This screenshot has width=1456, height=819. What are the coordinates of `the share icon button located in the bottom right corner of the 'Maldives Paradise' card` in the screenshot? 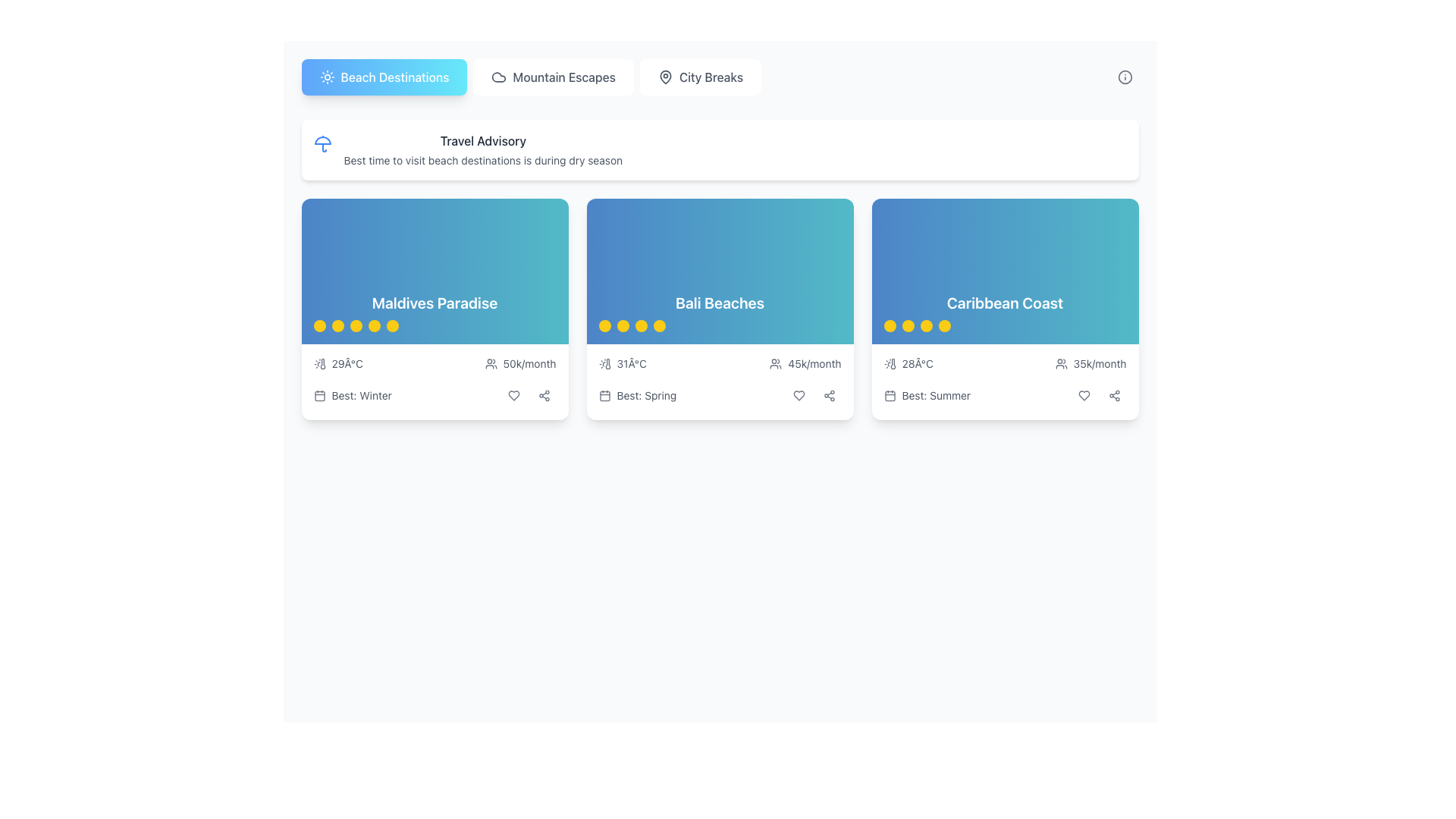 It's located at (544, 394).